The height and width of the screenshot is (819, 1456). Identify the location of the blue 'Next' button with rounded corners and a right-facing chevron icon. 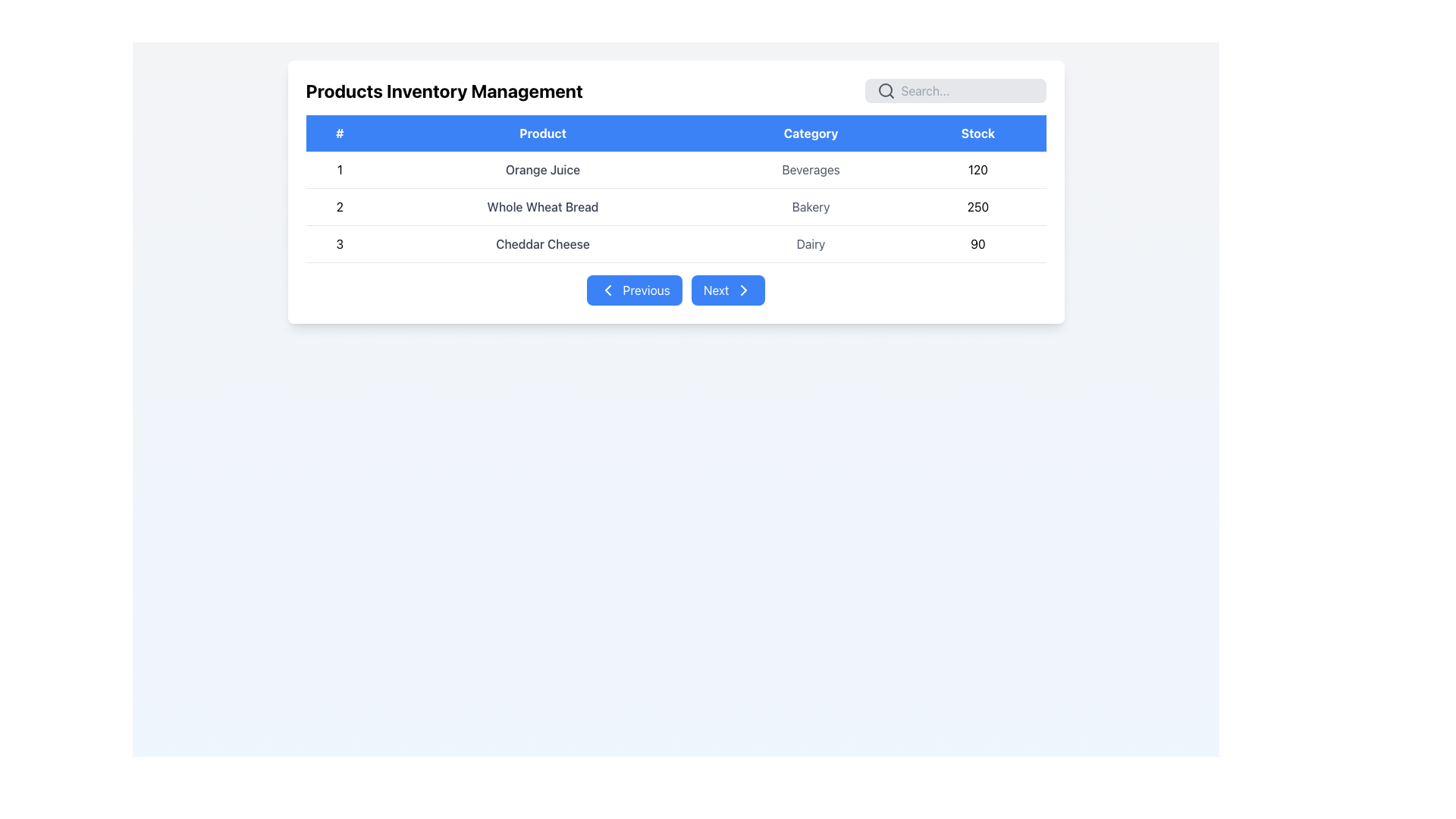
(728, 290).